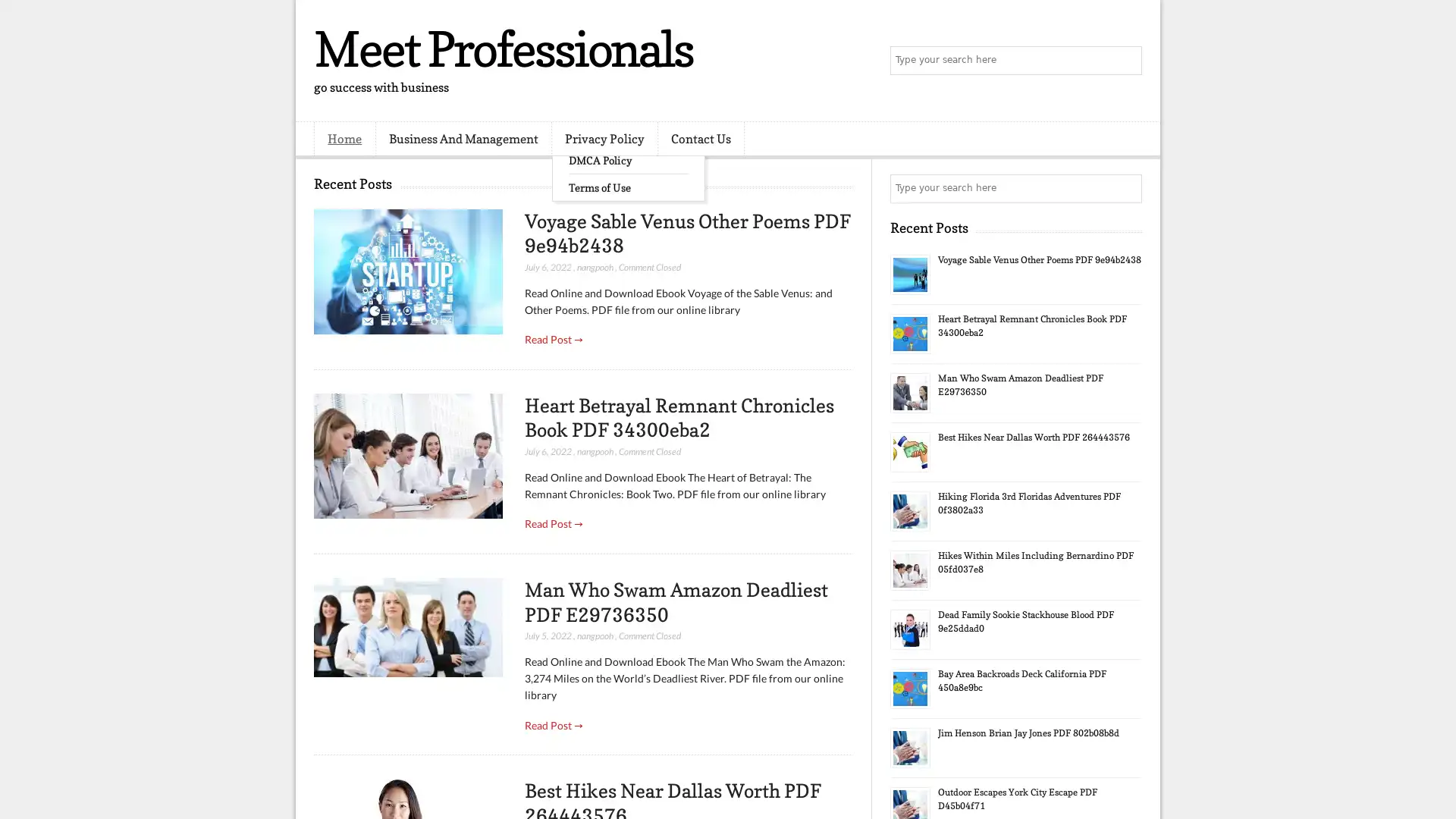  I want to click on Search, so click(1126, 188).